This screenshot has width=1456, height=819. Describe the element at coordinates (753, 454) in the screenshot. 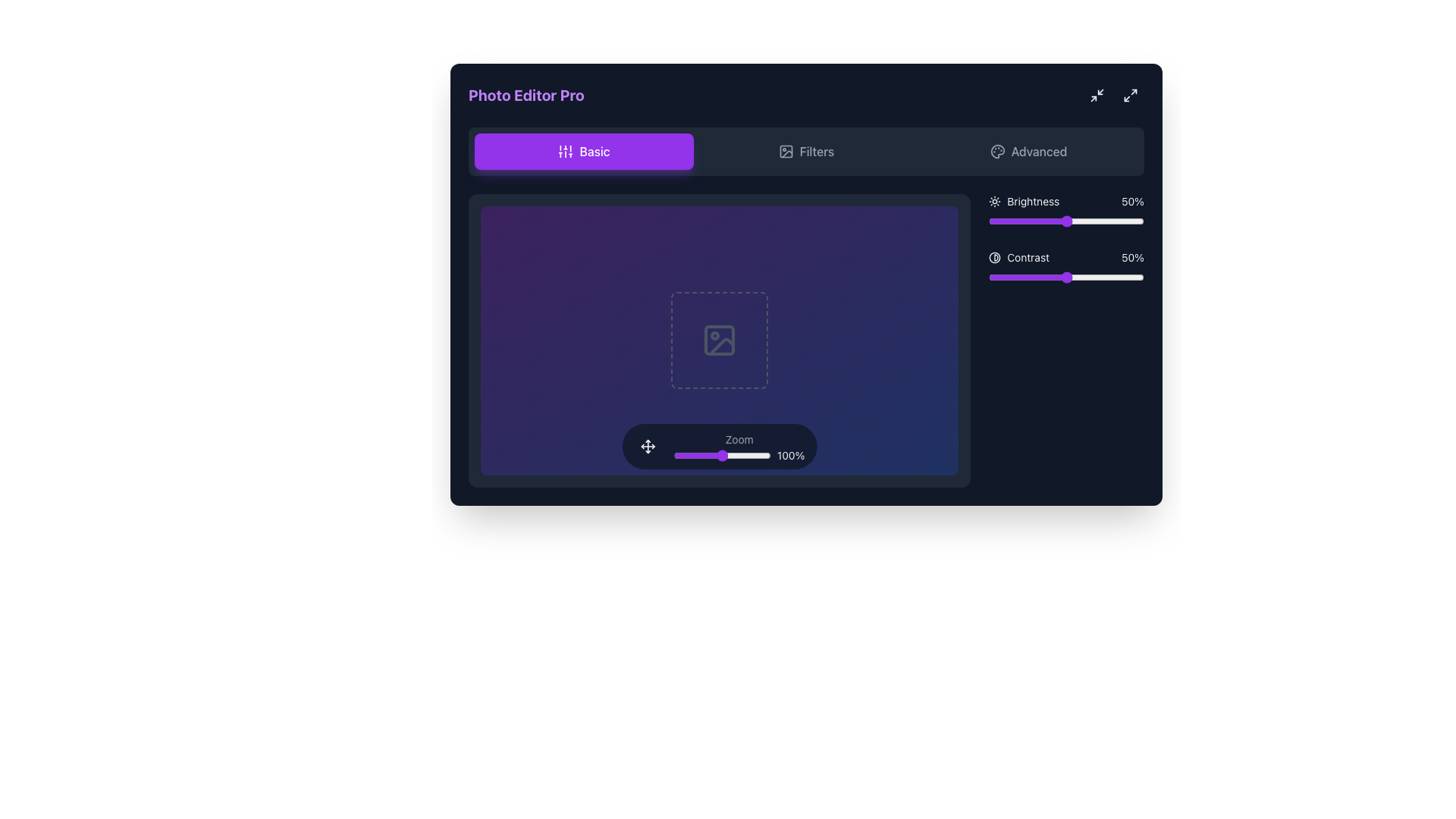

I see `the zoom level` at that location.